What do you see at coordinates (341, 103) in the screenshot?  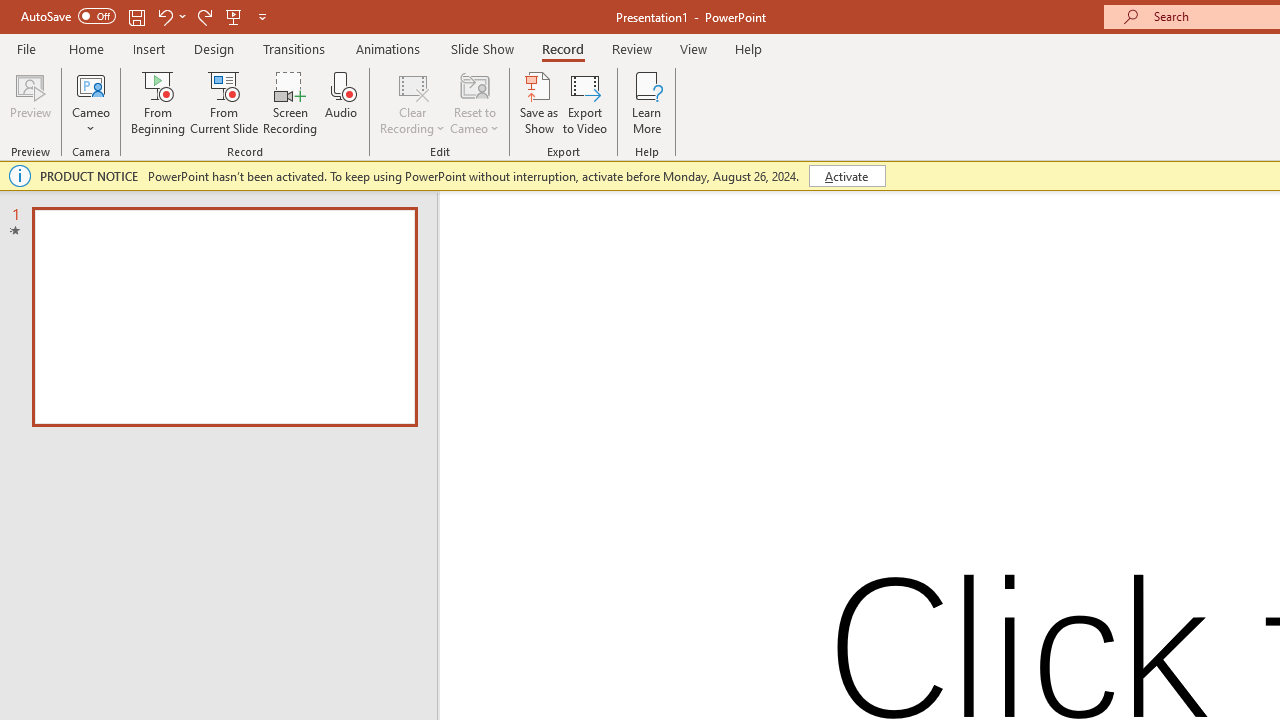 I see `'Audio'` at bounding box center [341, 103].